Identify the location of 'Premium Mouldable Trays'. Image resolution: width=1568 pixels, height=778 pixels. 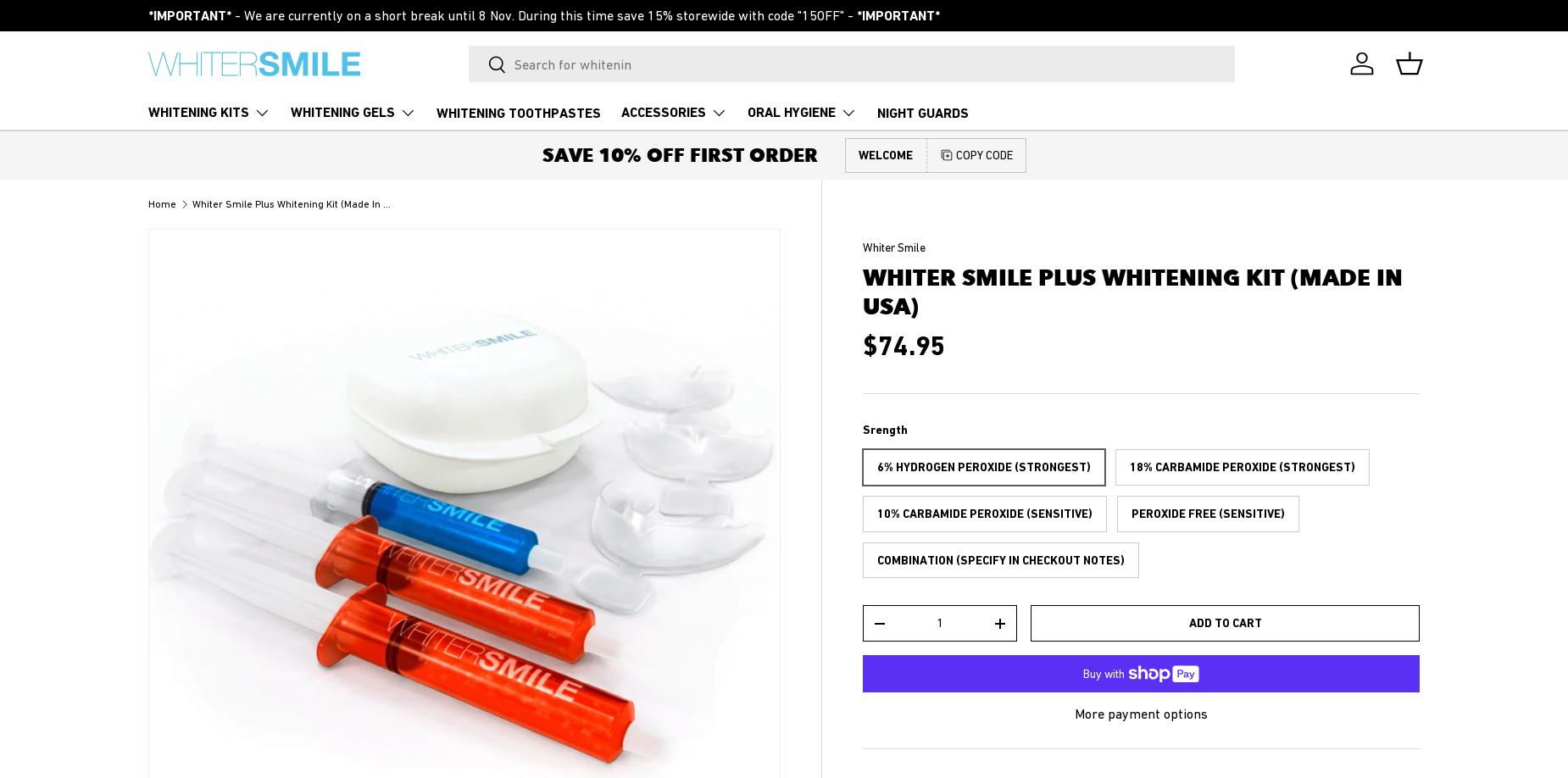
(823, 241).